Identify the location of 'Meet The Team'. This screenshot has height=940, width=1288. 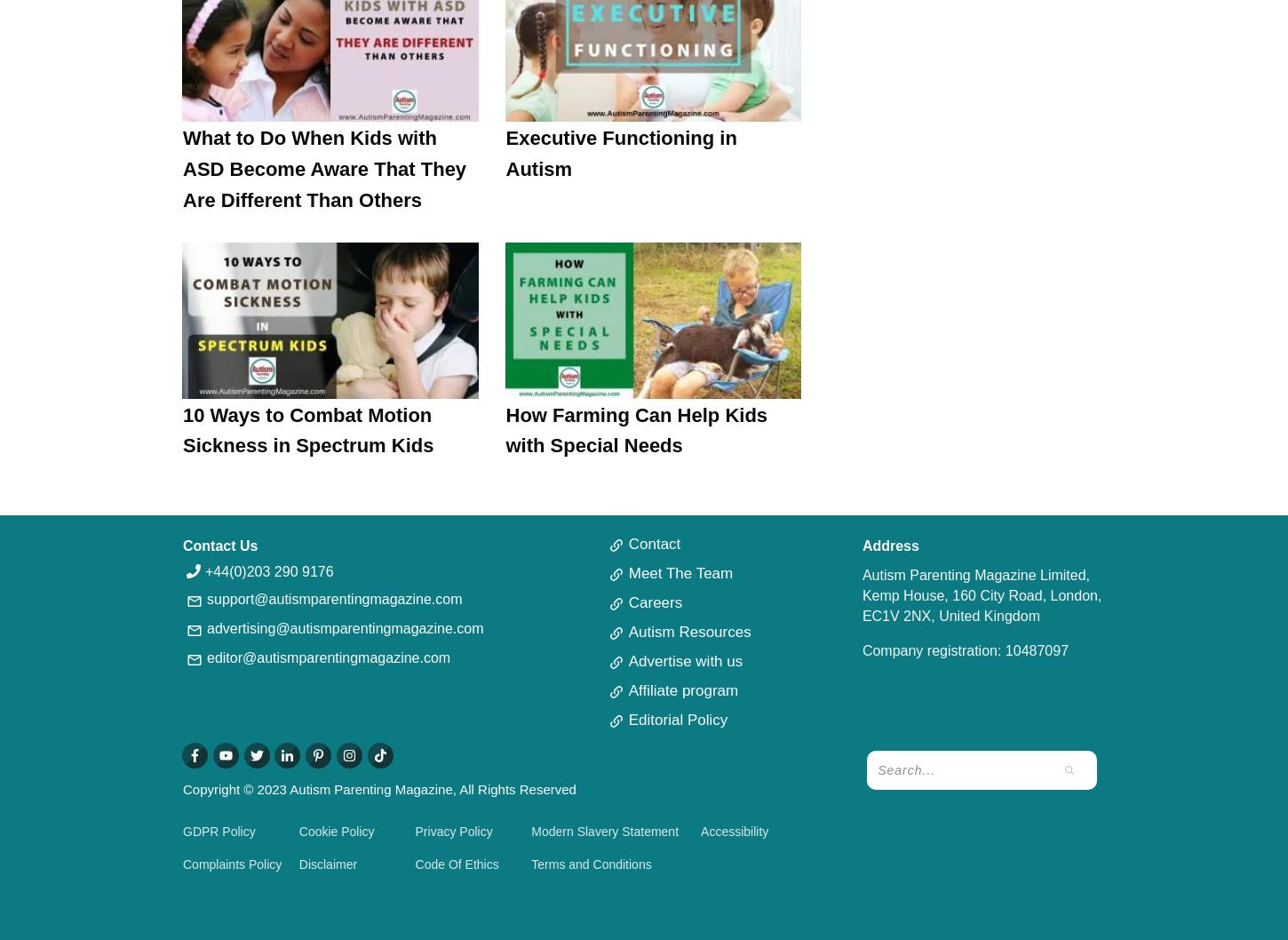
(680, 572).